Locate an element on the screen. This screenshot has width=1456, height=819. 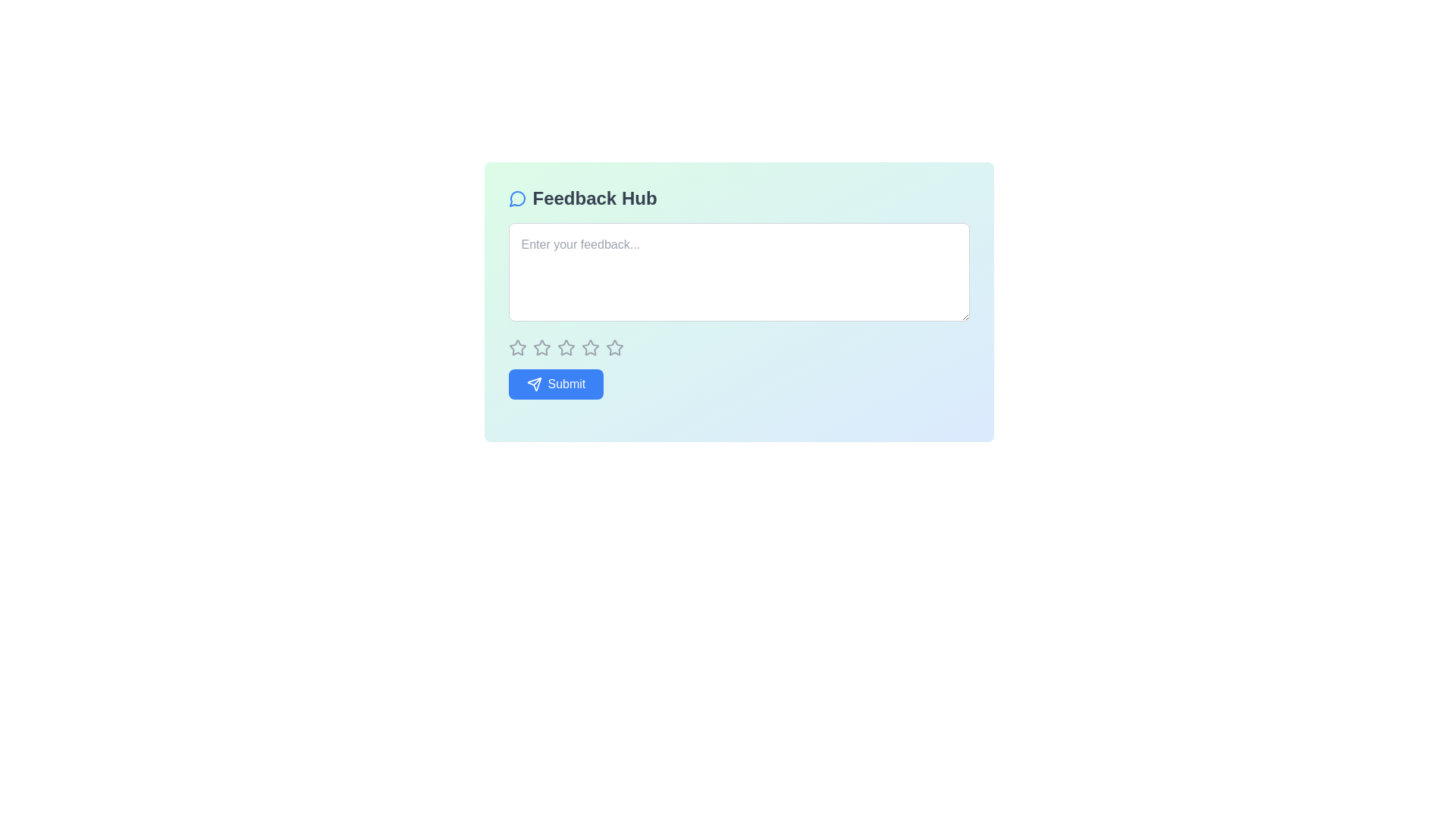
the SVG icon representing the 'Feedback Hub' title is located at coordinates (516, 198).